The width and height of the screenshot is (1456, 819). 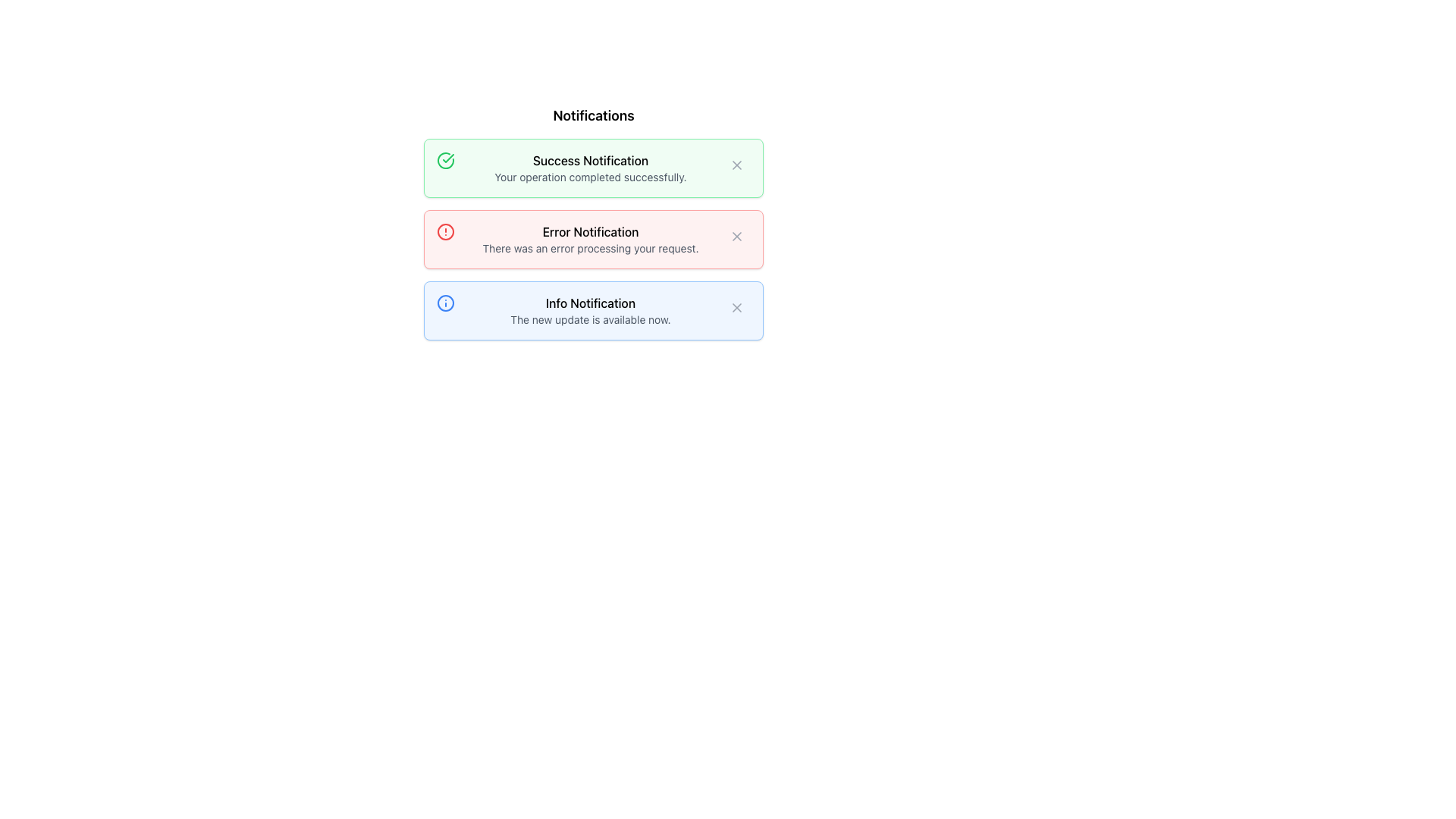 I want to click on the check mark SVG graphic that serves as a visual indicator for success, located on the left side of the 'Success Notification' title, so click(x=447, y=158).